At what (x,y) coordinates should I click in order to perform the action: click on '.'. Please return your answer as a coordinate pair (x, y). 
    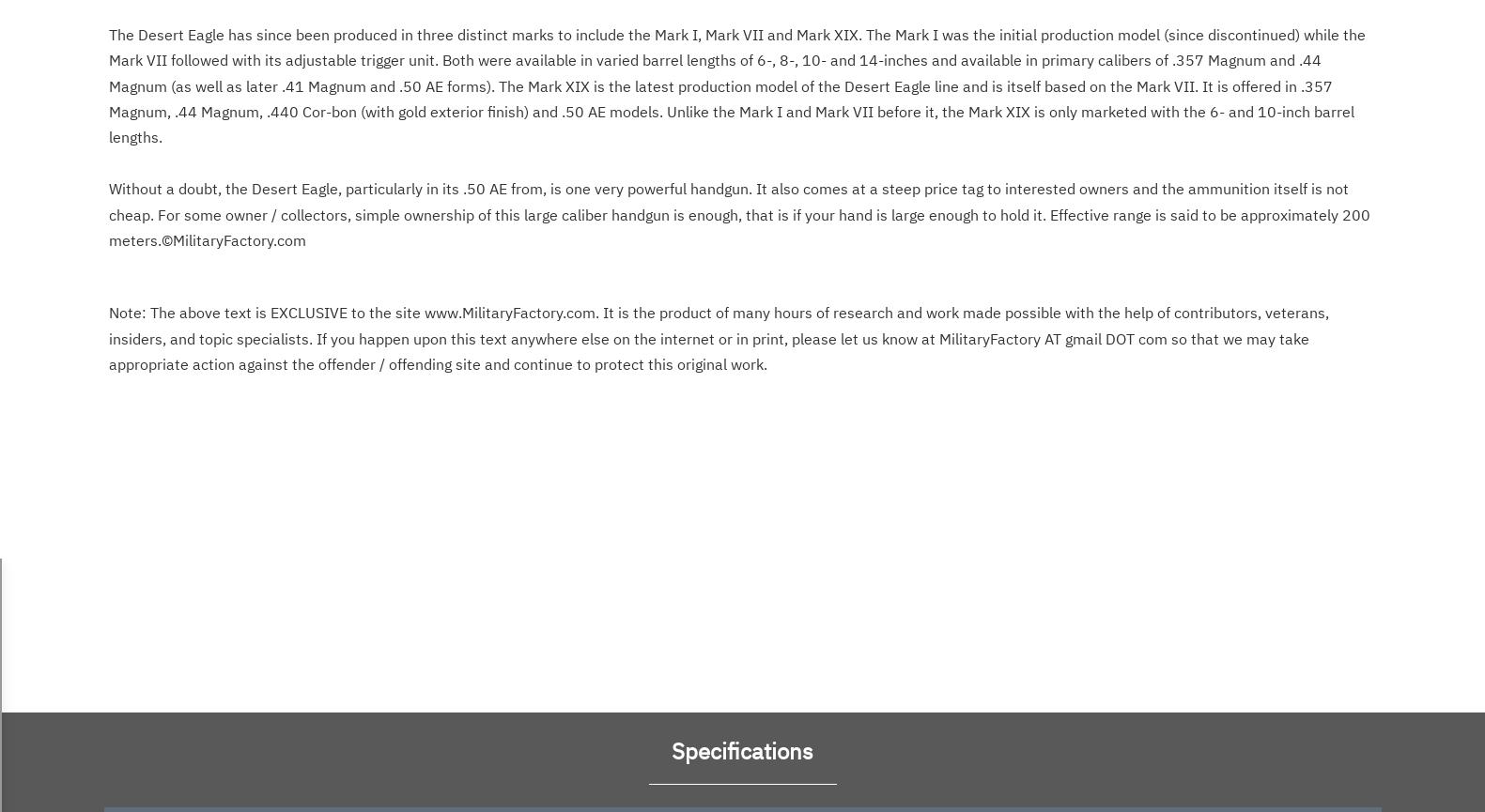
    Looking at the image, I should click on (1159, 169).